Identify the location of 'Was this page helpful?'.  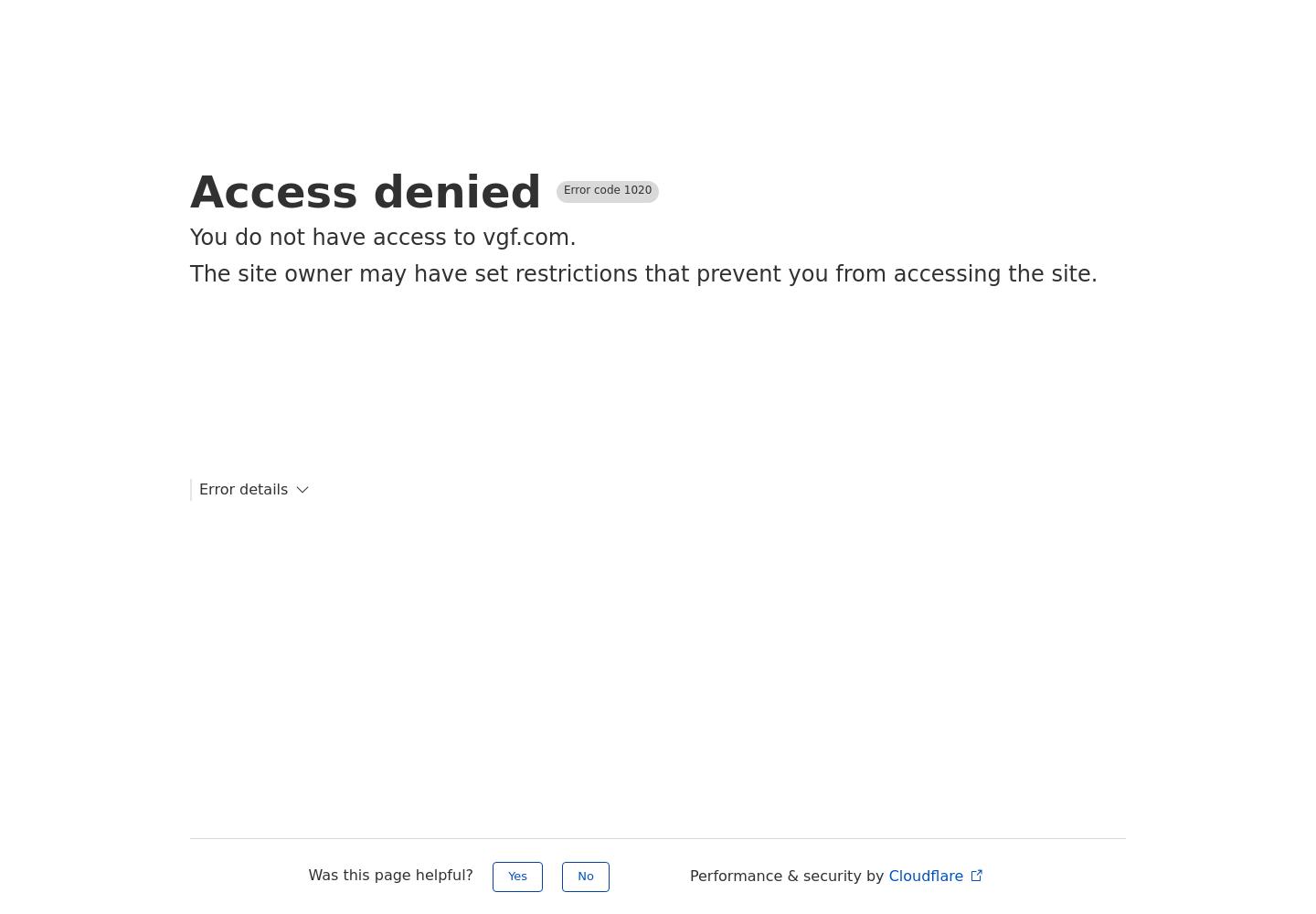
(392, 874).